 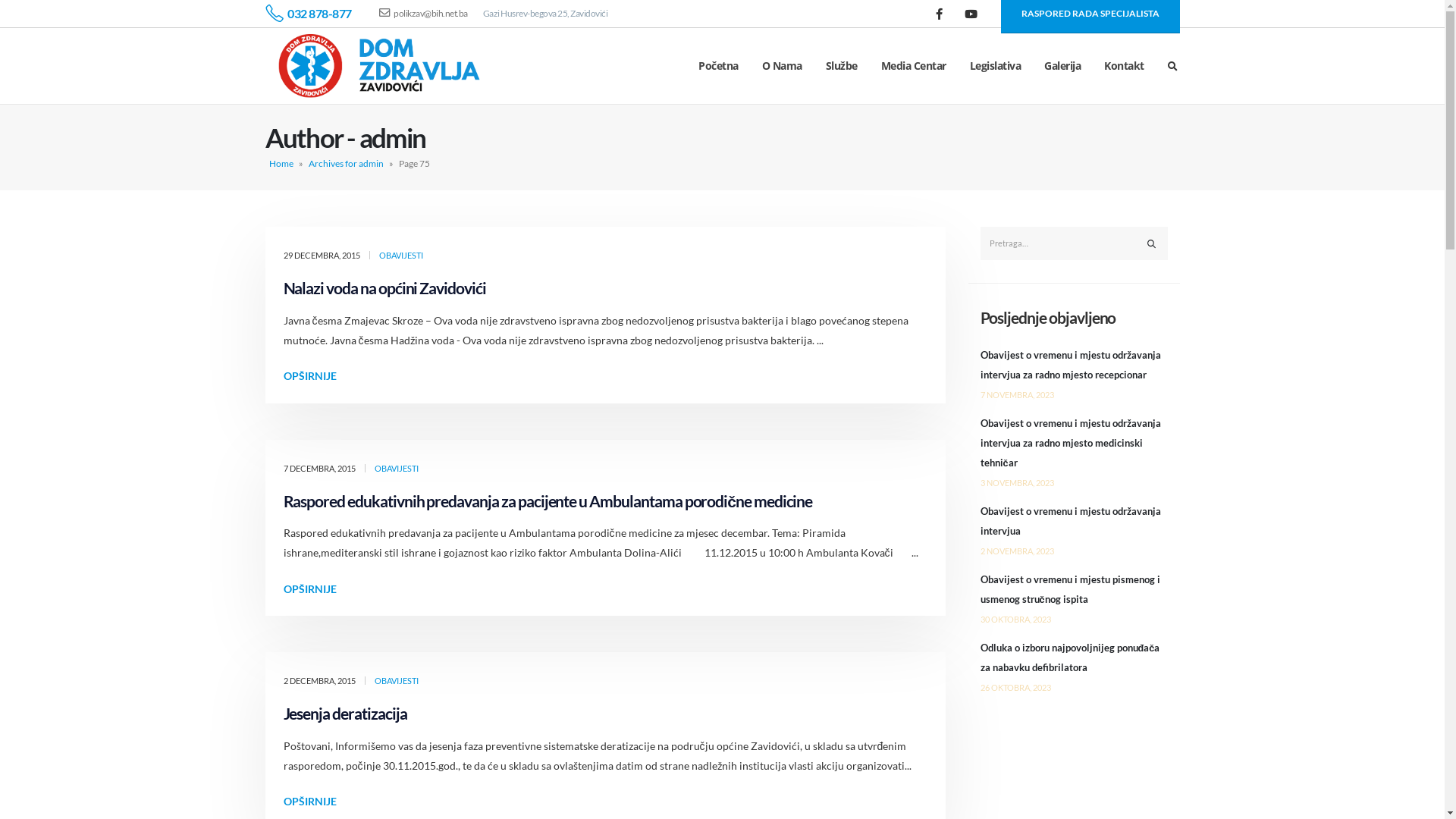 I want to click on 'Youtube', so click(x=971, y=14).